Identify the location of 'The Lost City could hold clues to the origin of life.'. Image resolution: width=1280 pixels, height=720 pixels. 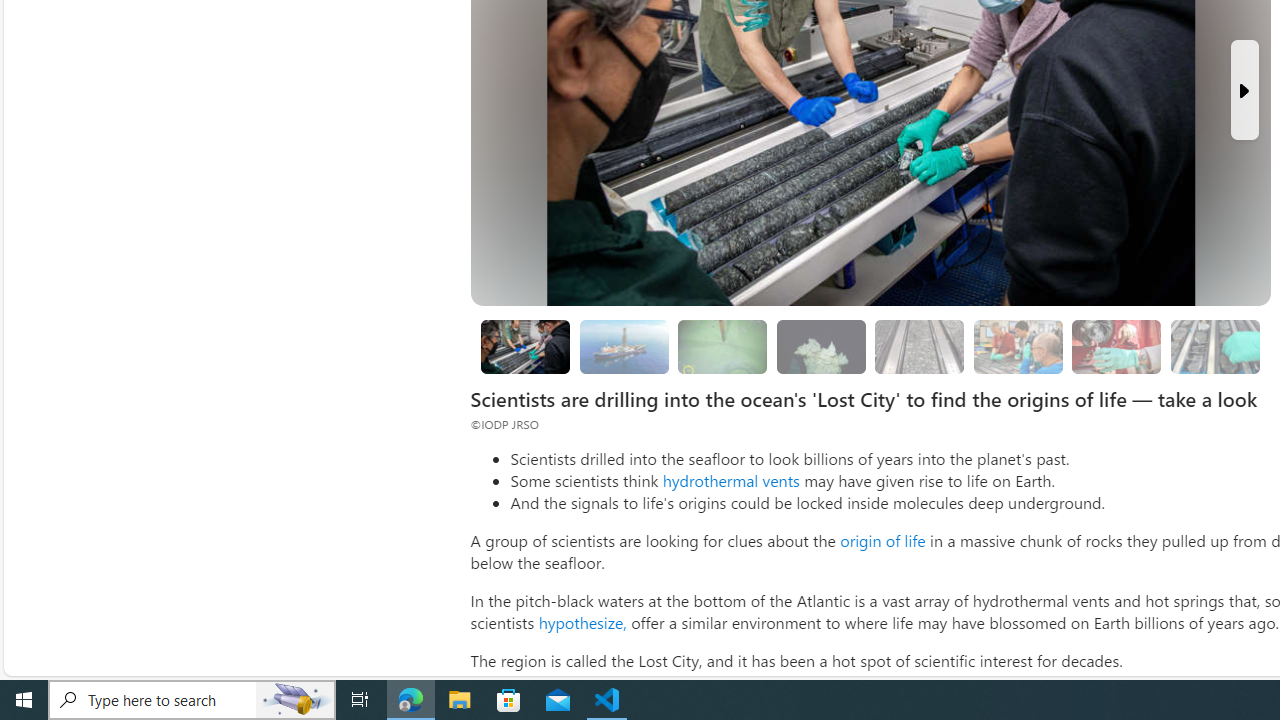
(821, 345).